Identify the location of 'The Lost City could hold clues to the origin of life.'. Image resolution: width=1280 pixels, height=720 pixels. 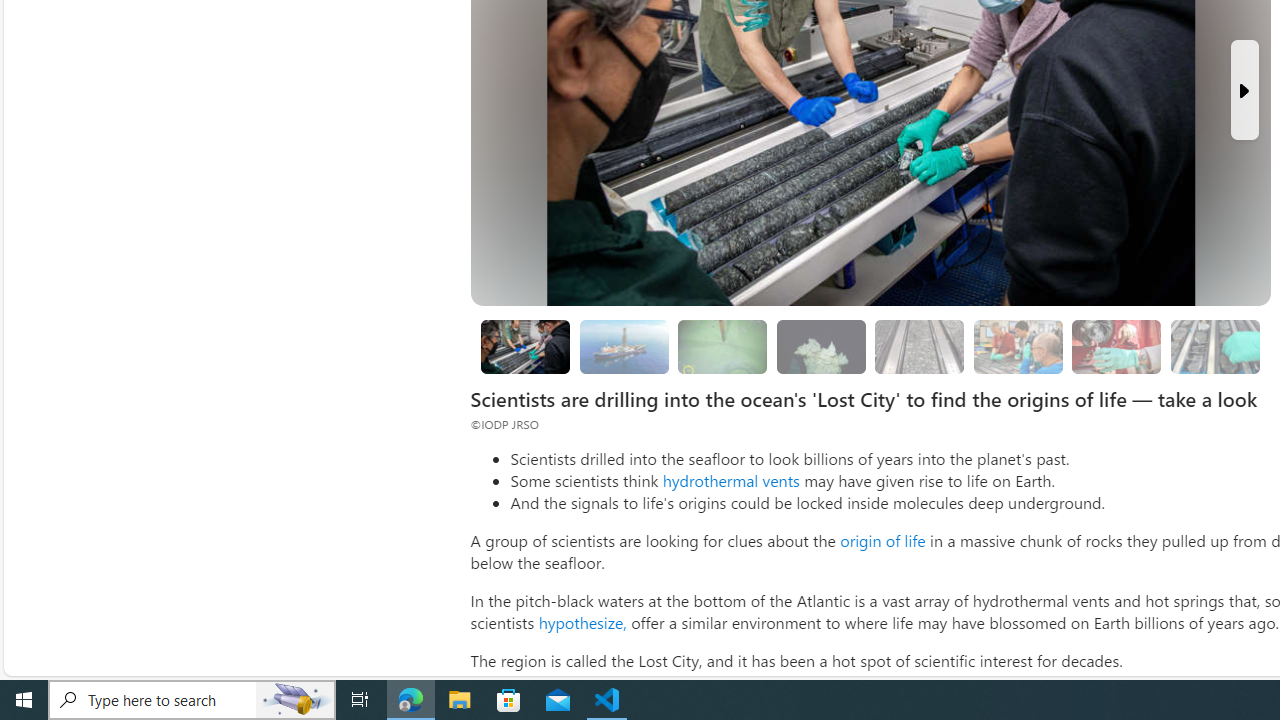
(821, 345).